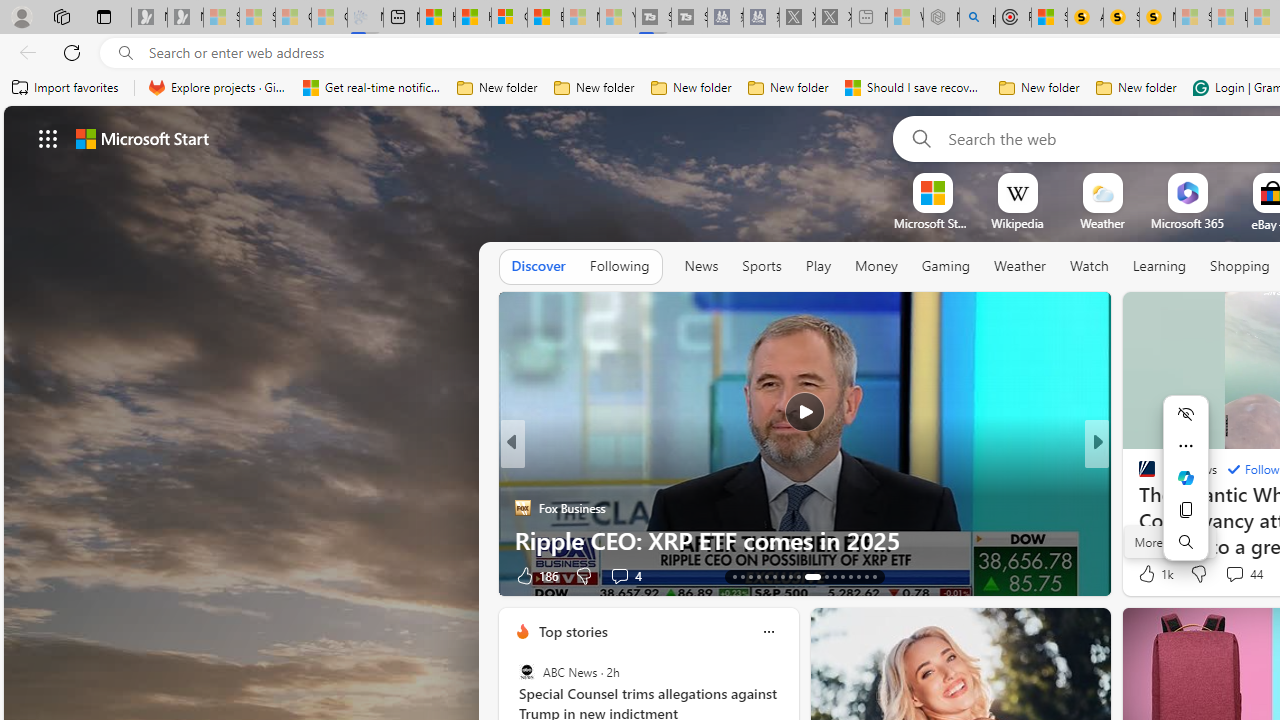 This screenshot has height=720, width=1280. I want to click on 'Nordace - Summer Adventures 2024 - Sleeping', so click(940, 17).